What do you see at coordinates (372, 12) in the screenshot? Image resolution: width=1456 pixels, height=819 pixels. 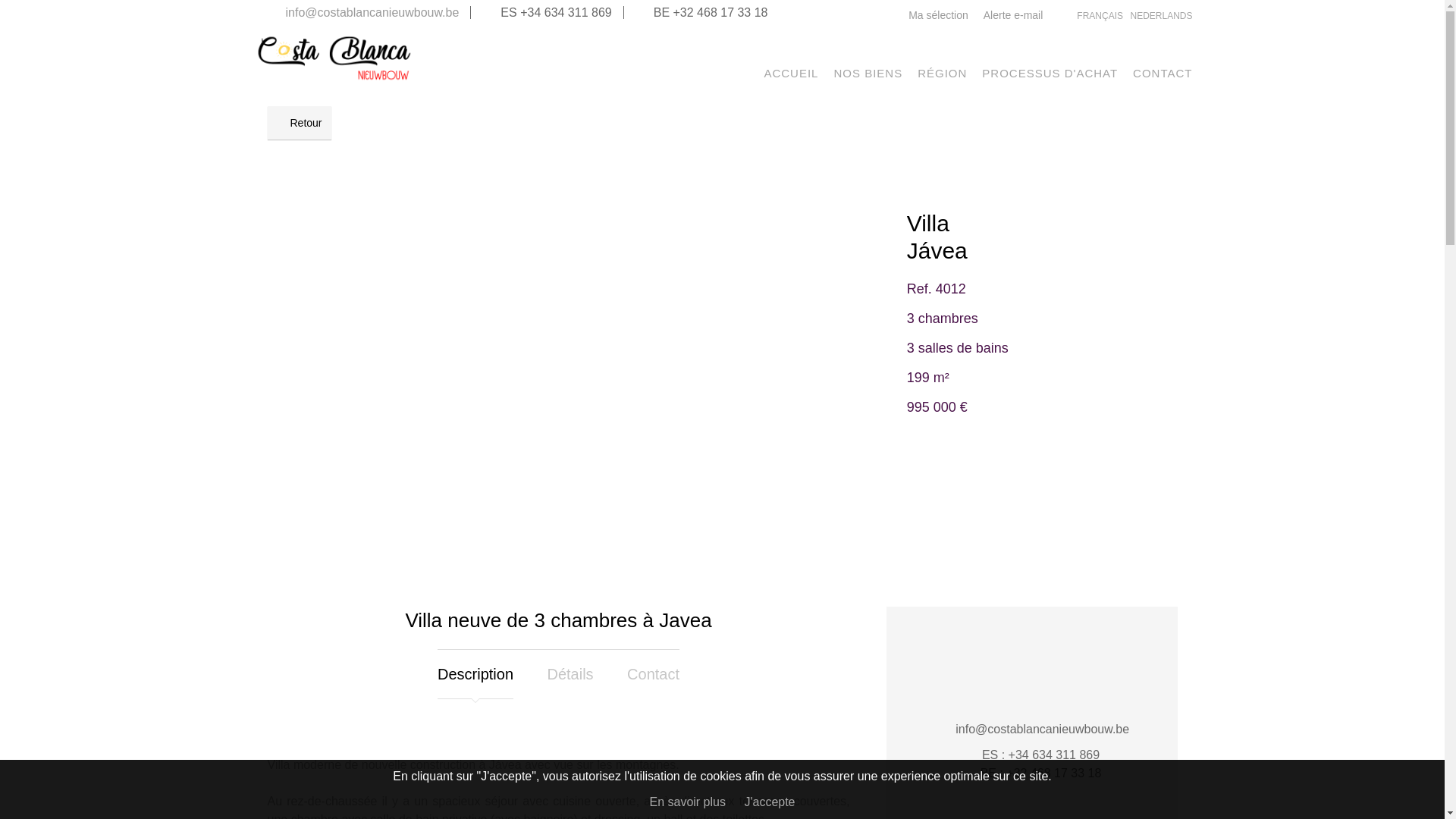 I see `'info@costablancanieuwbouw.be'` at bounding box center [372, 12].